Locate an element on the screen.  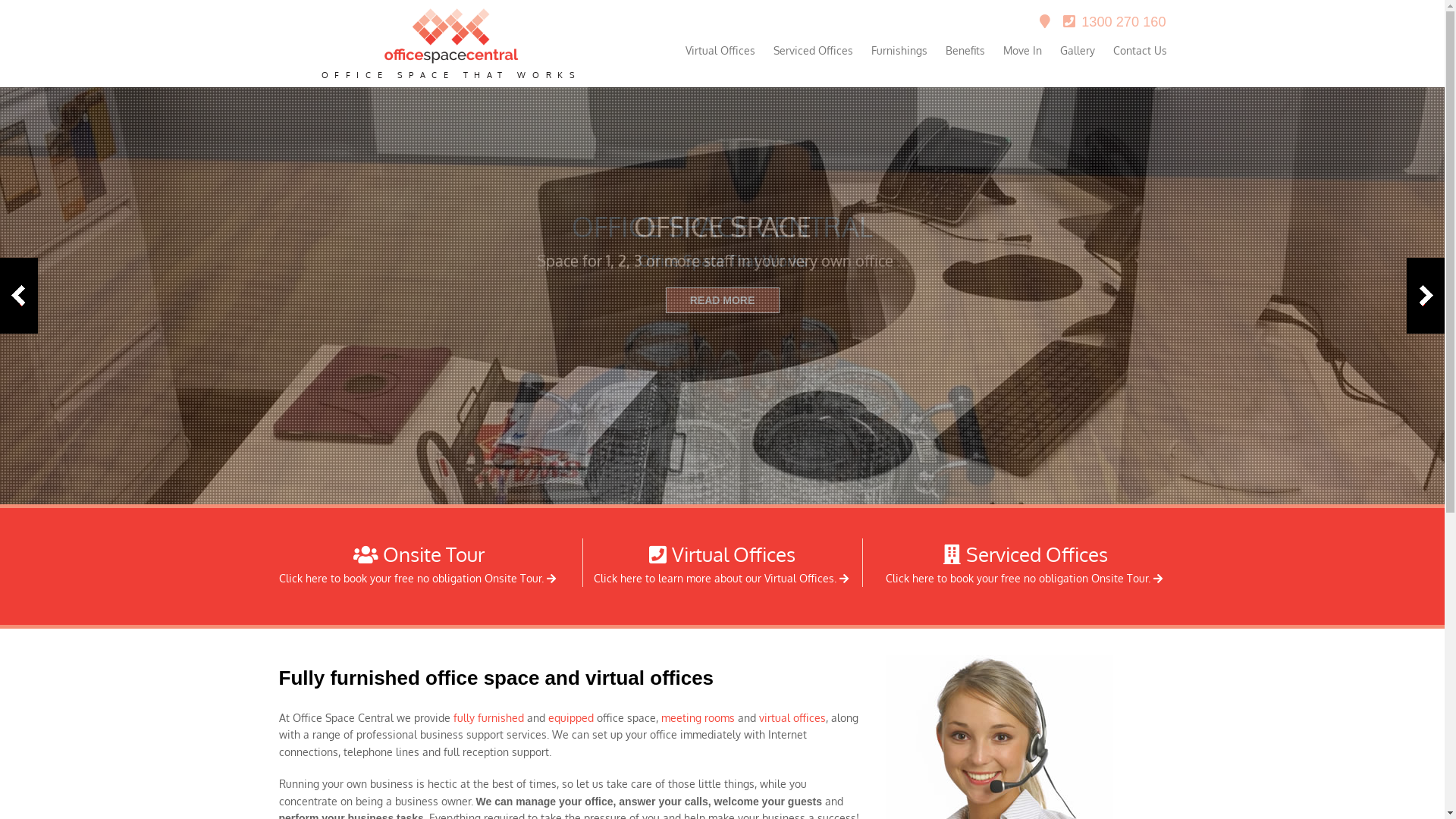
'virtual offices' is located at coordinates (790, 717).